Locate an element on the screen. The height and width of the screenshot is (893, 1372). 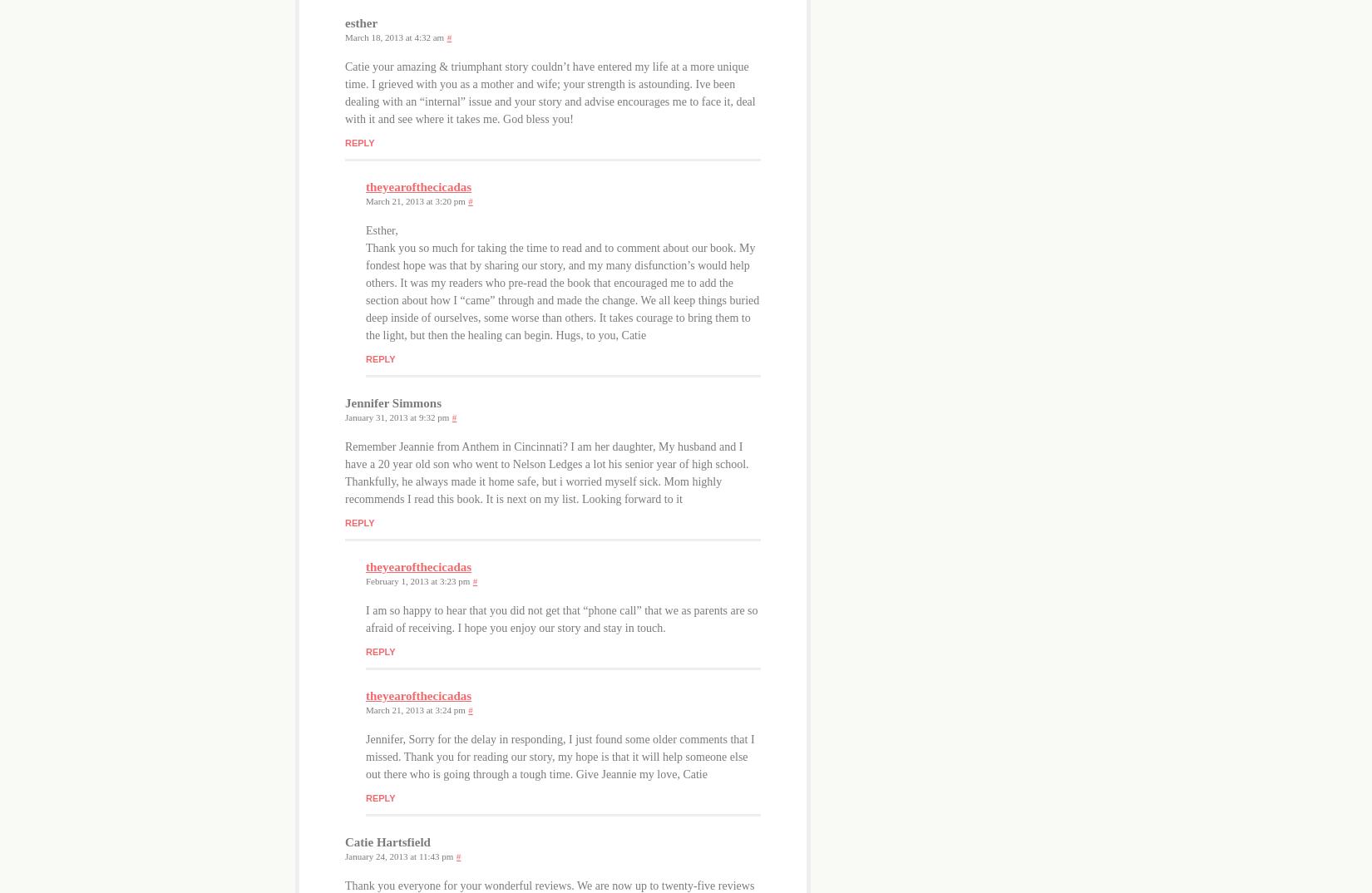
'March 18, 2013 at 4:32 am' is located at coordinates (393, 37).